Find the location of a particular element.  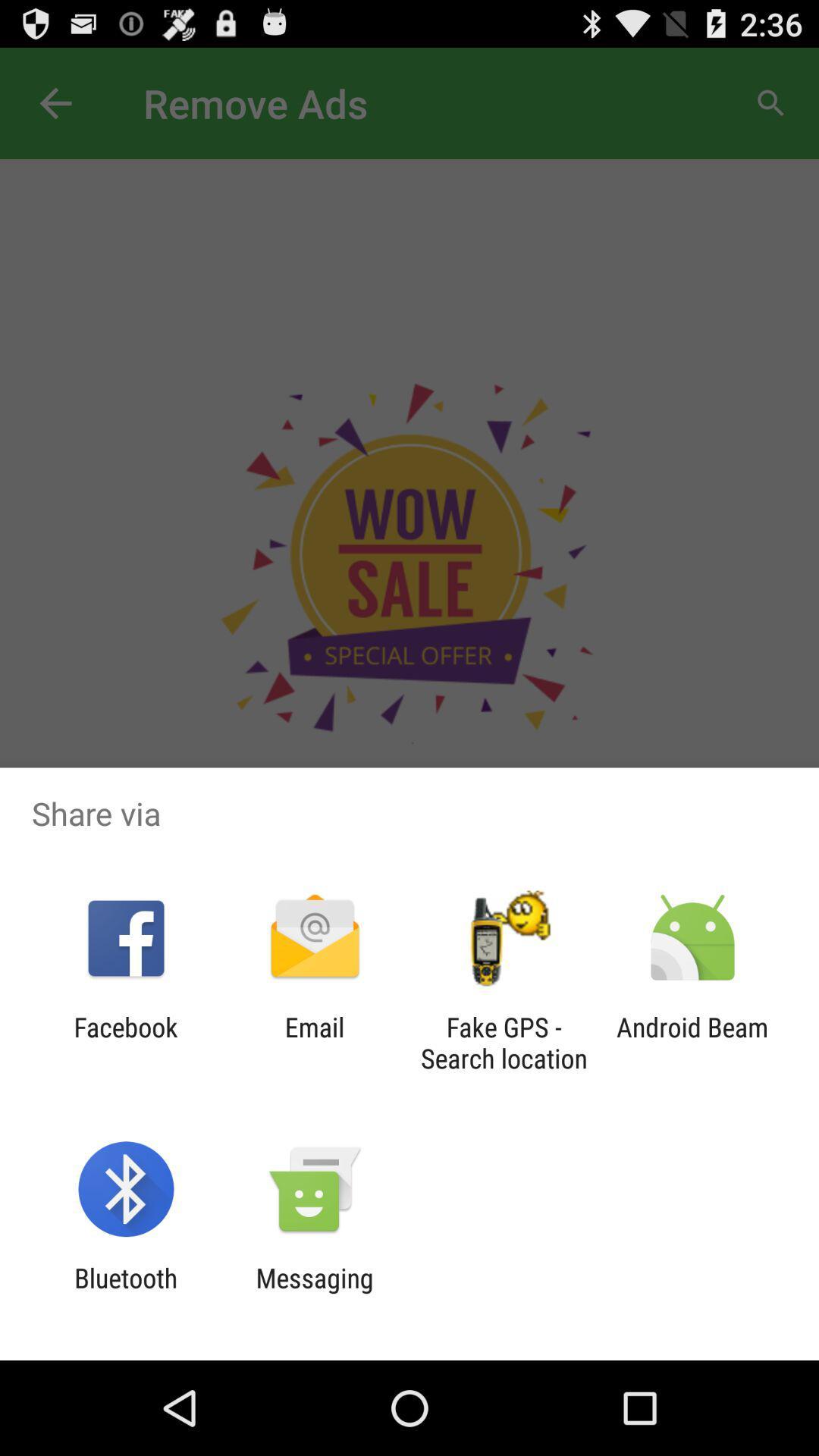

the item next to email icon is located at coordinates (125, 1042).